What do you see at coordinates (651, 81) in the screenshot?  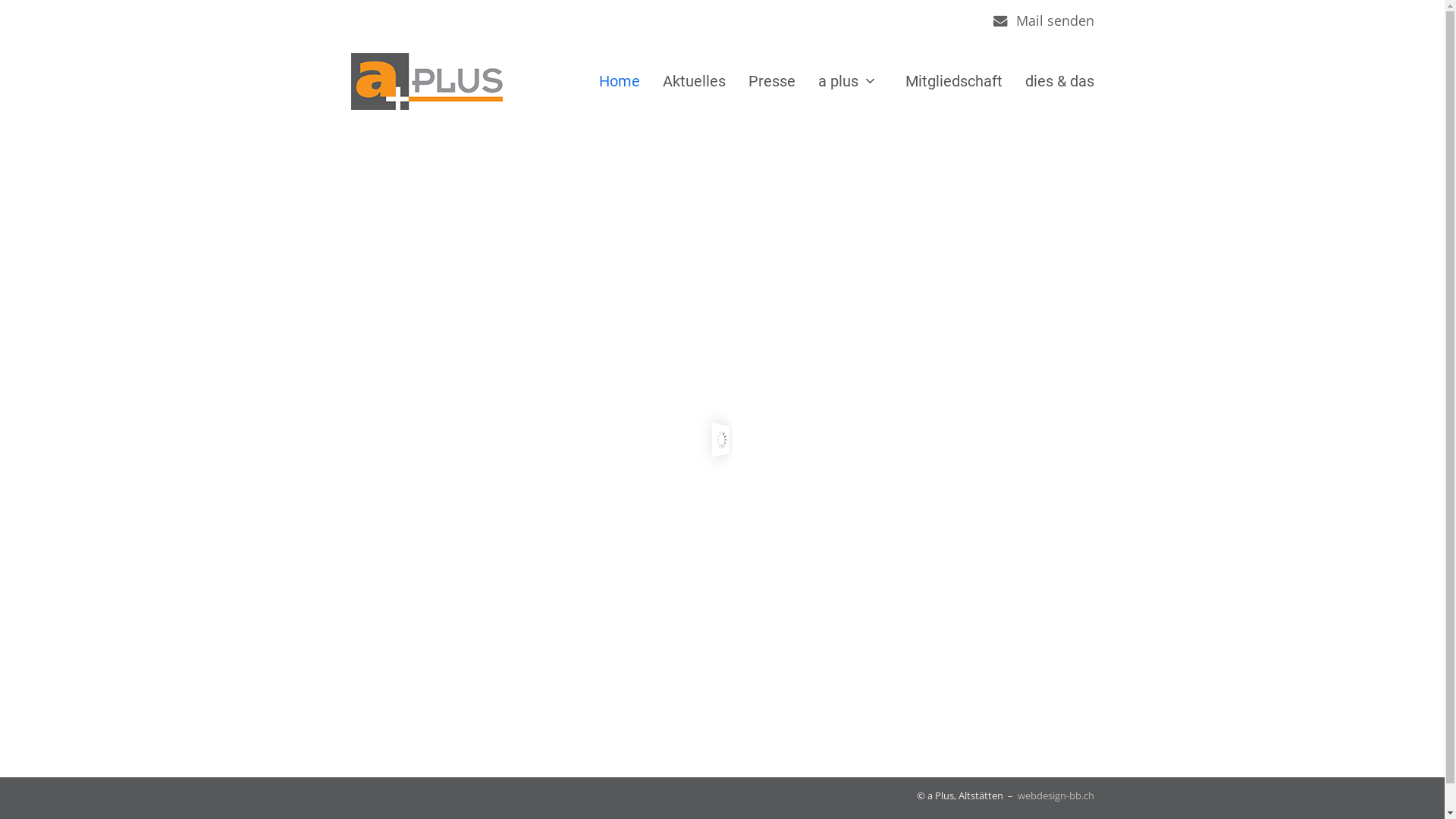 I see `'Aktuelles'` at bounding box center [651, 81].